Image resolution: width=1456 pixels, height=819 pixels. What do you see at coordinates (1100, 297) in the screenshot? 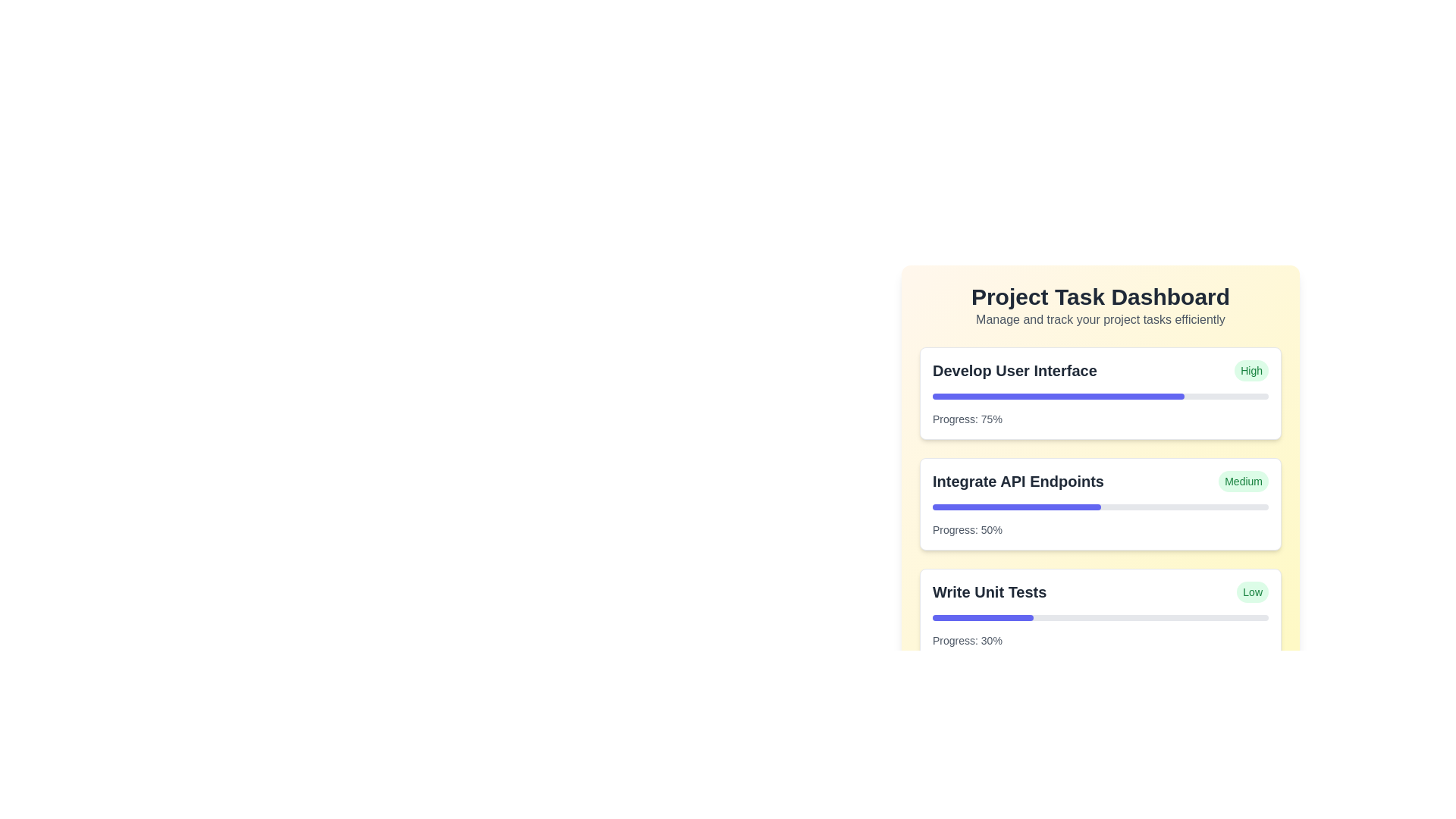
I see `the Header Text element, which signifies the title of the dashboard or application section, located at the topmost part of the interface, centrally positioned above the description text` at bounding box center [1100, 297].